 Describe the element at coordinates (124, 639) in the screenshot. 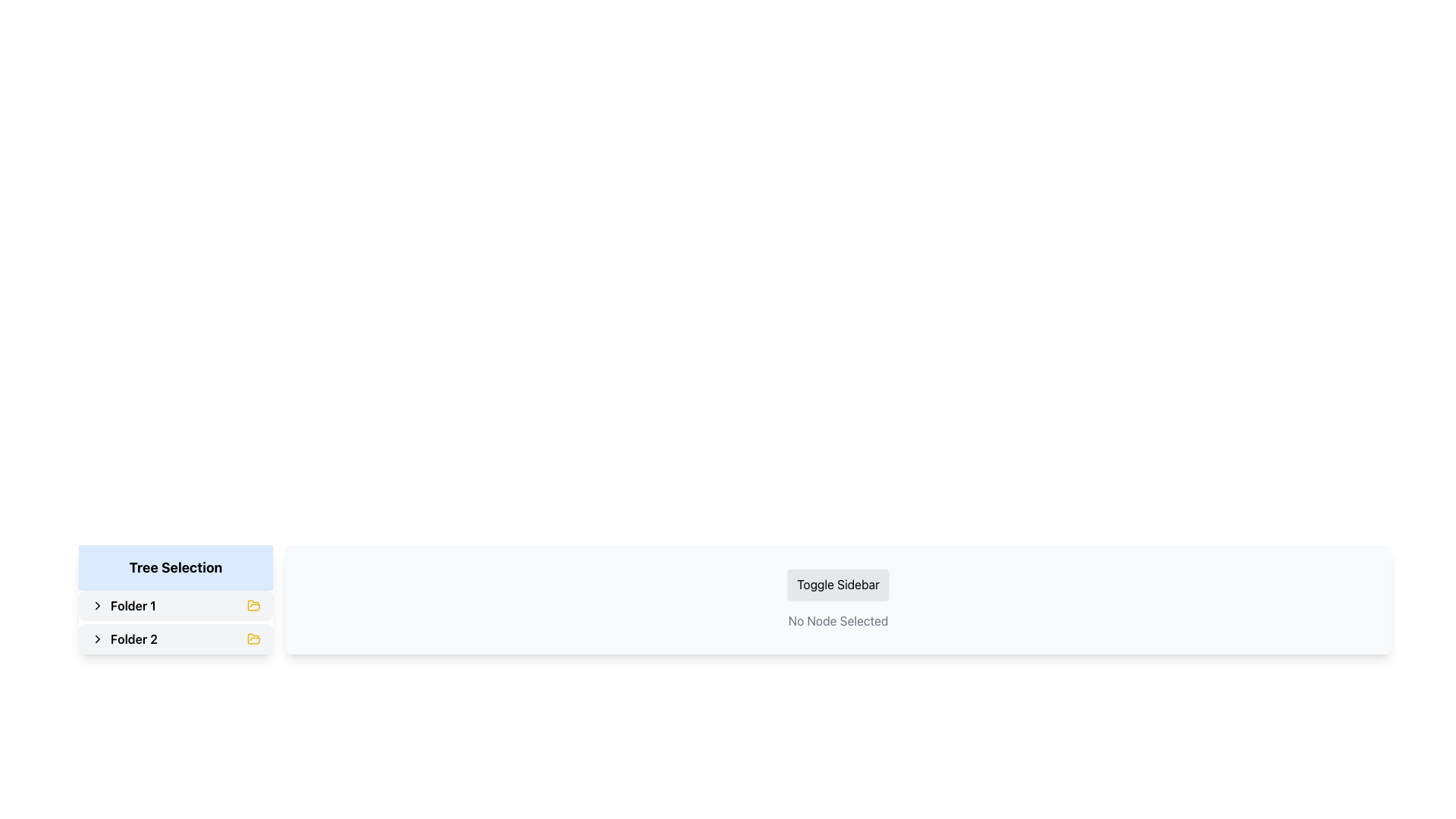

I see `the text label displaying 'Folder 2'` at that location.